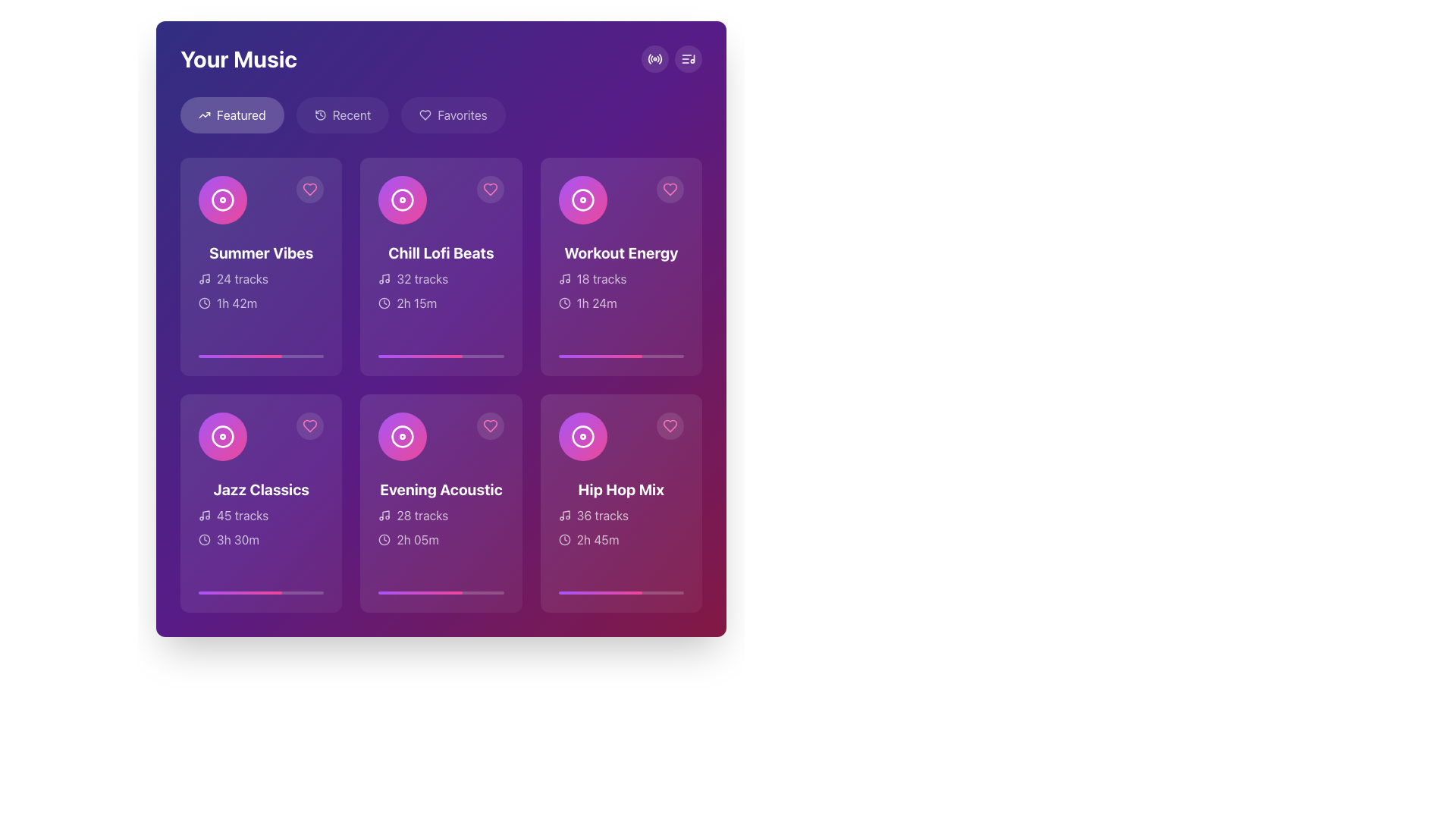 The width and height of the screenshot is (1456, 819). What do you see at coordinates (582, 436) in the screenshot?
I see `the circle-shaped decorative icon for the 'Hip Hop Mix' music card, which is positioned at the center of the upper part of the card` at bounding box center [582, 436].